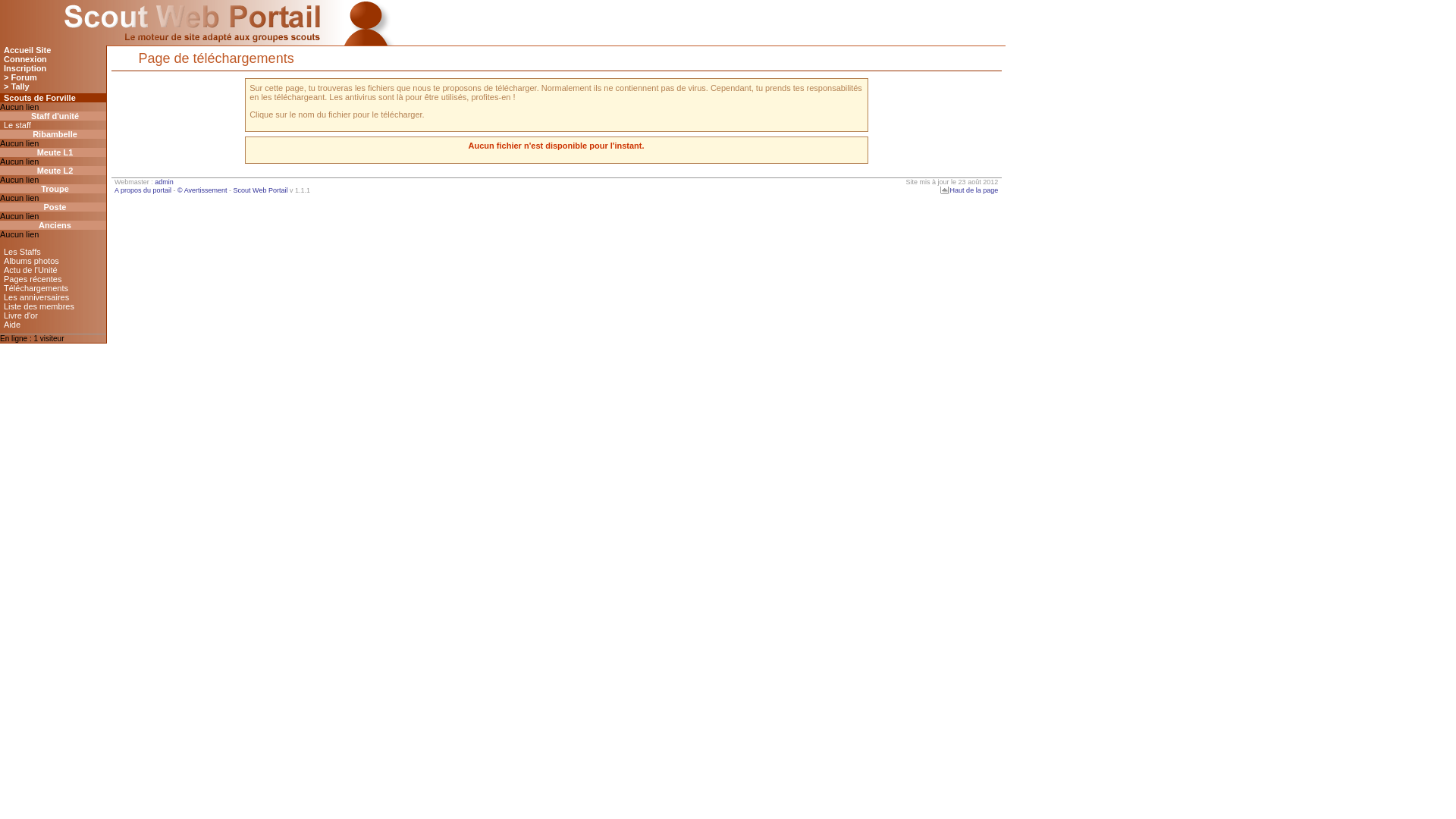 The image size is (1456, 819). What do you see at coordinates (53, 297) in the screenshot?
I see `'Les anniversaires'` at bounding box center [53, 297].